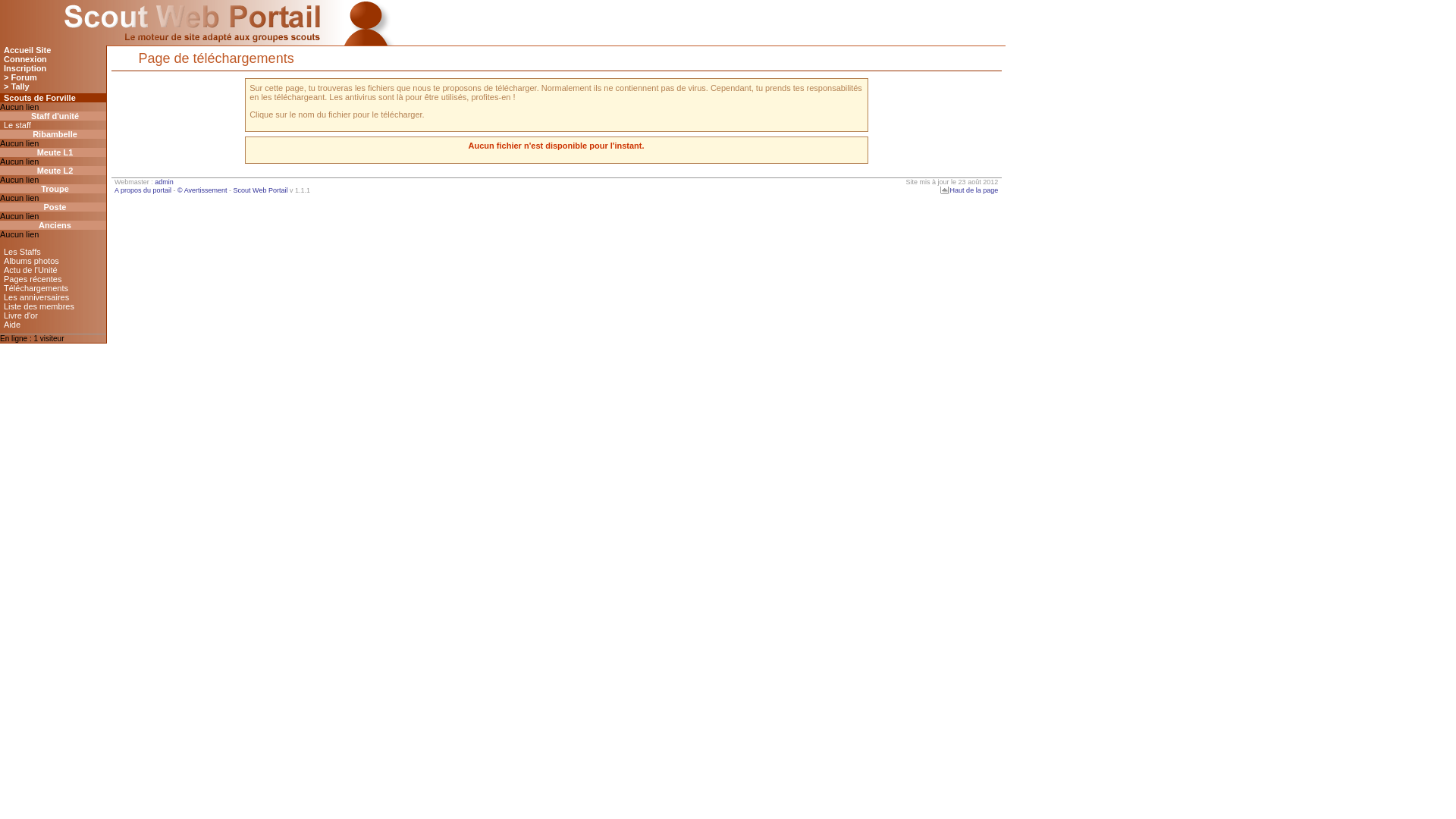 The image size is (1456, 819). What do you see at coordinates (53, 297) in the screenshot?
I see `'Les anniversaires'` at bounding box center [53, 297].